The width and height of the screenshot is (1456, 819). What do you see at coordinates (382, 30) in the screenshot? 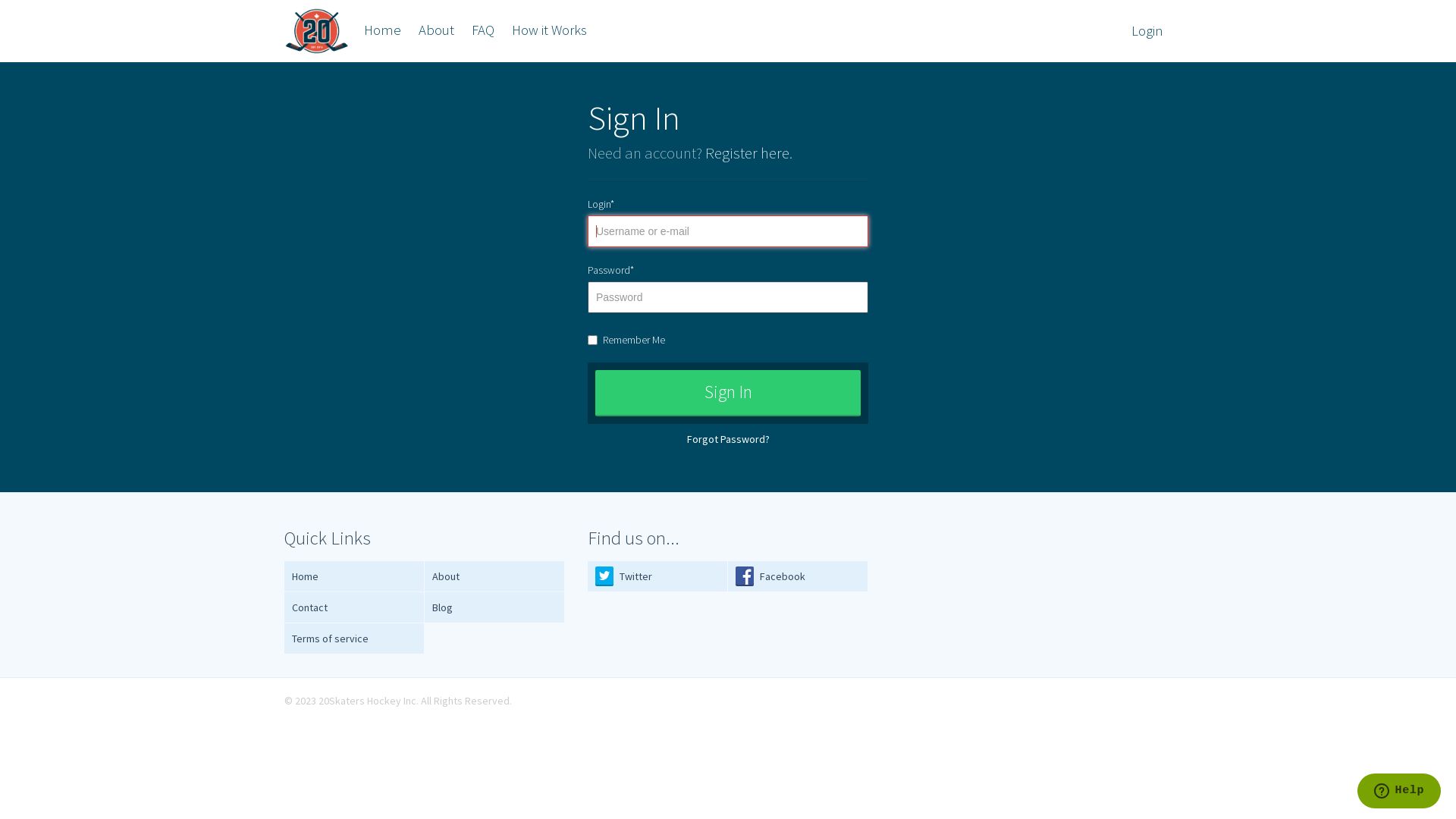
I see `'Home'` at bounding box center [382, 30].